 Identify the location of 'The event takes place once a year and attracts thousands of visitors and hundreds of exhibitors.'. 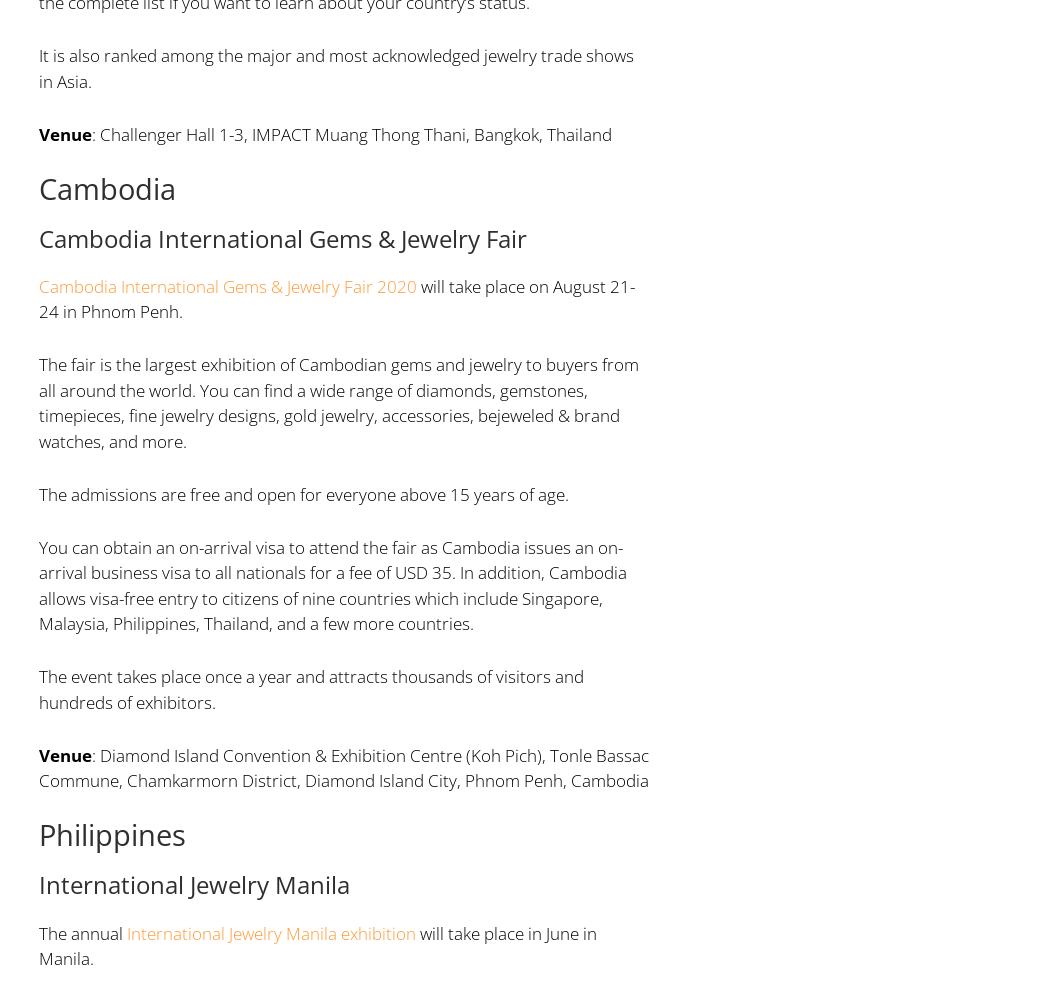
(37, 689).